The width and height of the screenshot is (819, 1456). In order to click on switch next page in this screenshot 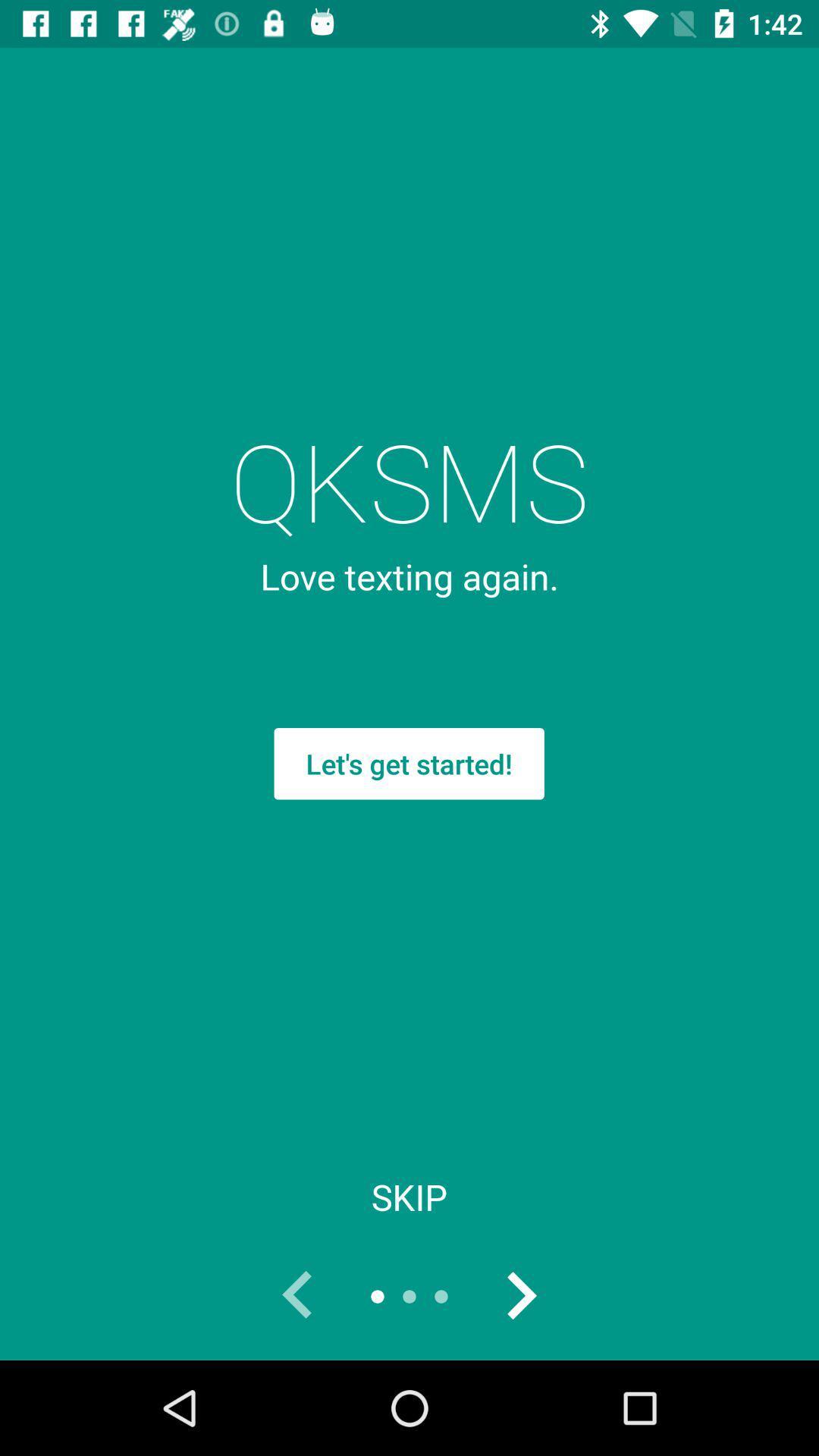, I will do `click(519, 1295)`.